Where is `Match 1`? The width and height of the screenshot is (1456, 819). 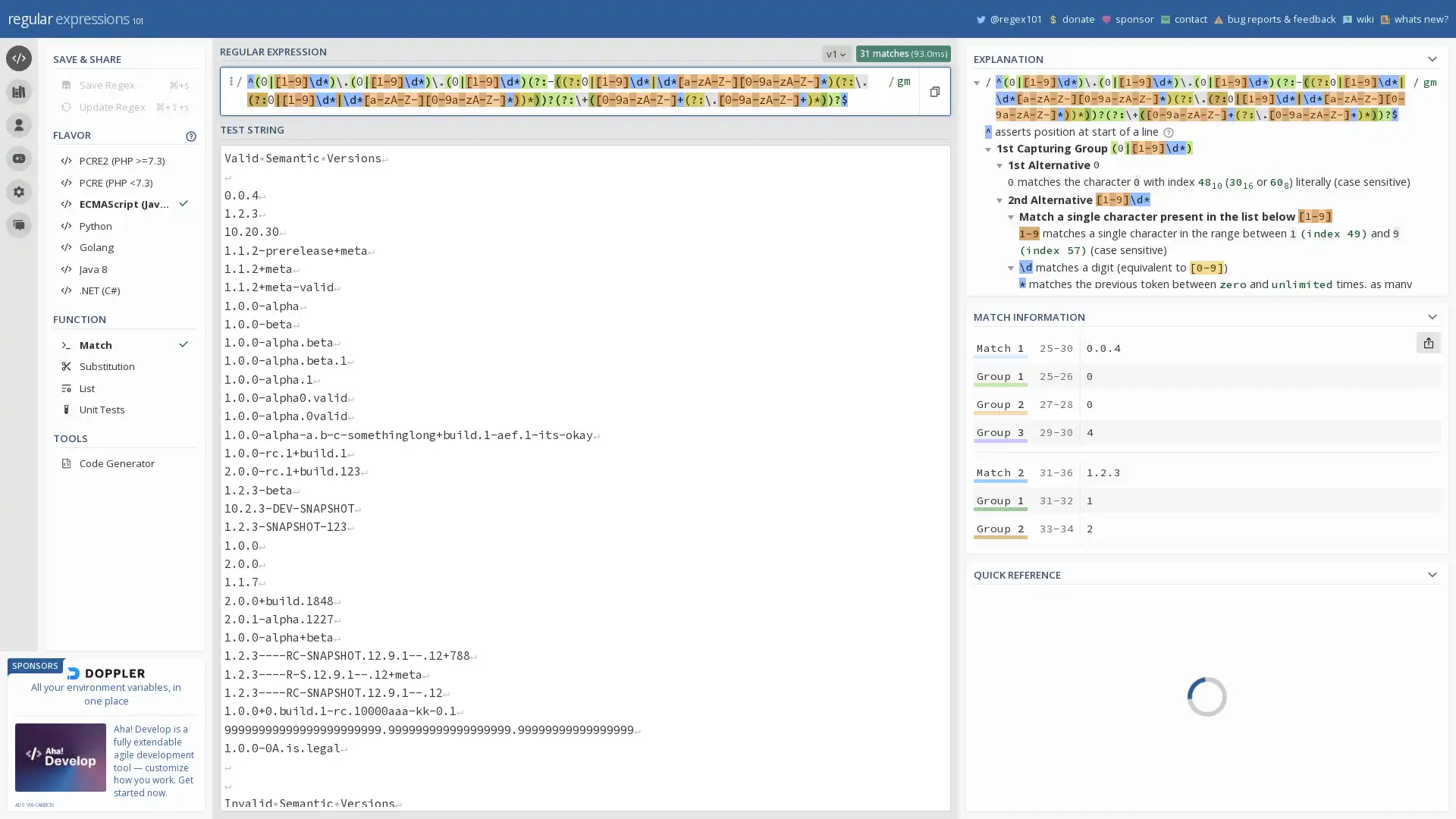
Match 1 is located at coordinates (1000, 348).